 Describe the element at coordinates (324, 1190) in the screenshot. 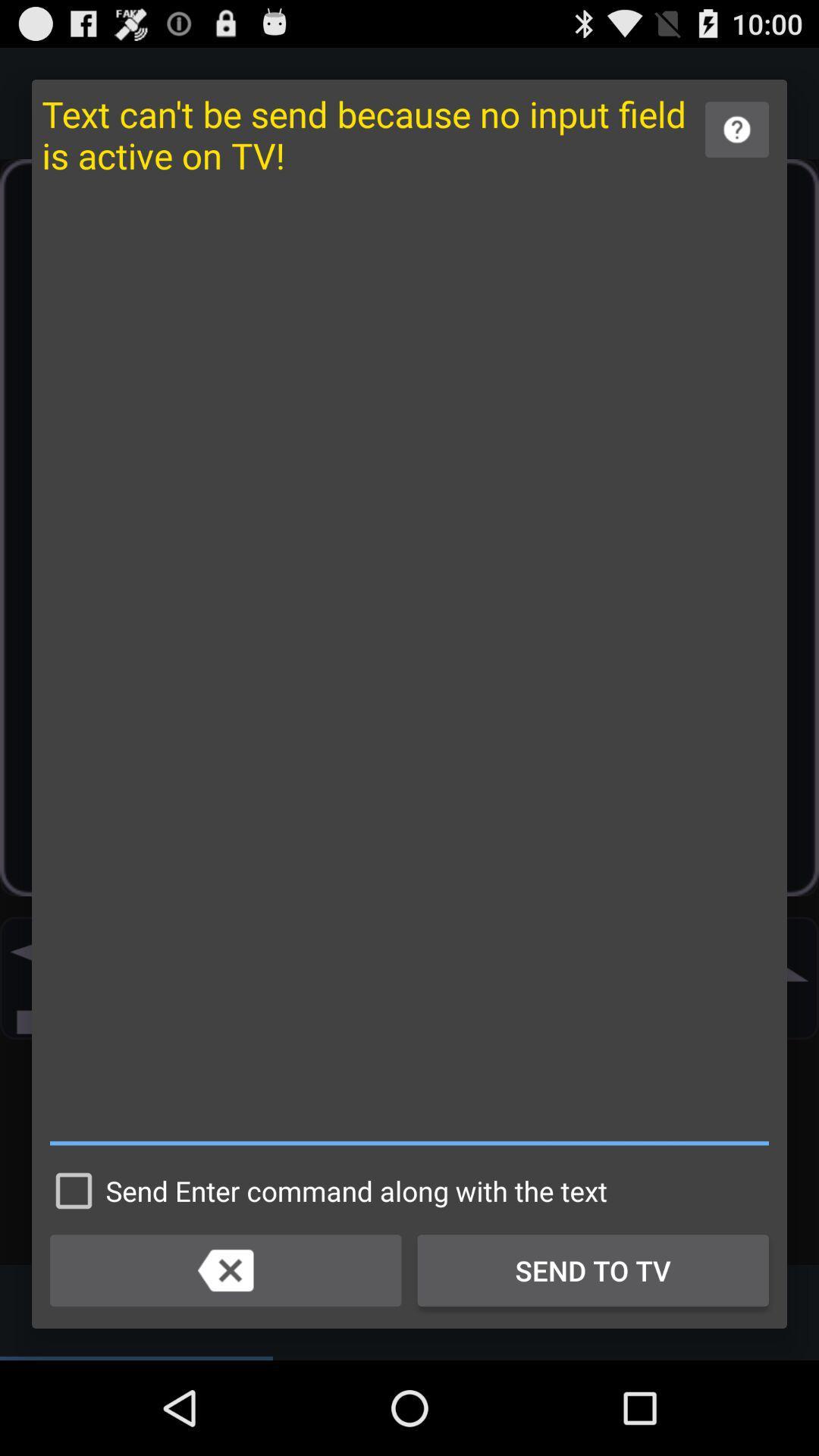

I see `the send enter command item` at that location.